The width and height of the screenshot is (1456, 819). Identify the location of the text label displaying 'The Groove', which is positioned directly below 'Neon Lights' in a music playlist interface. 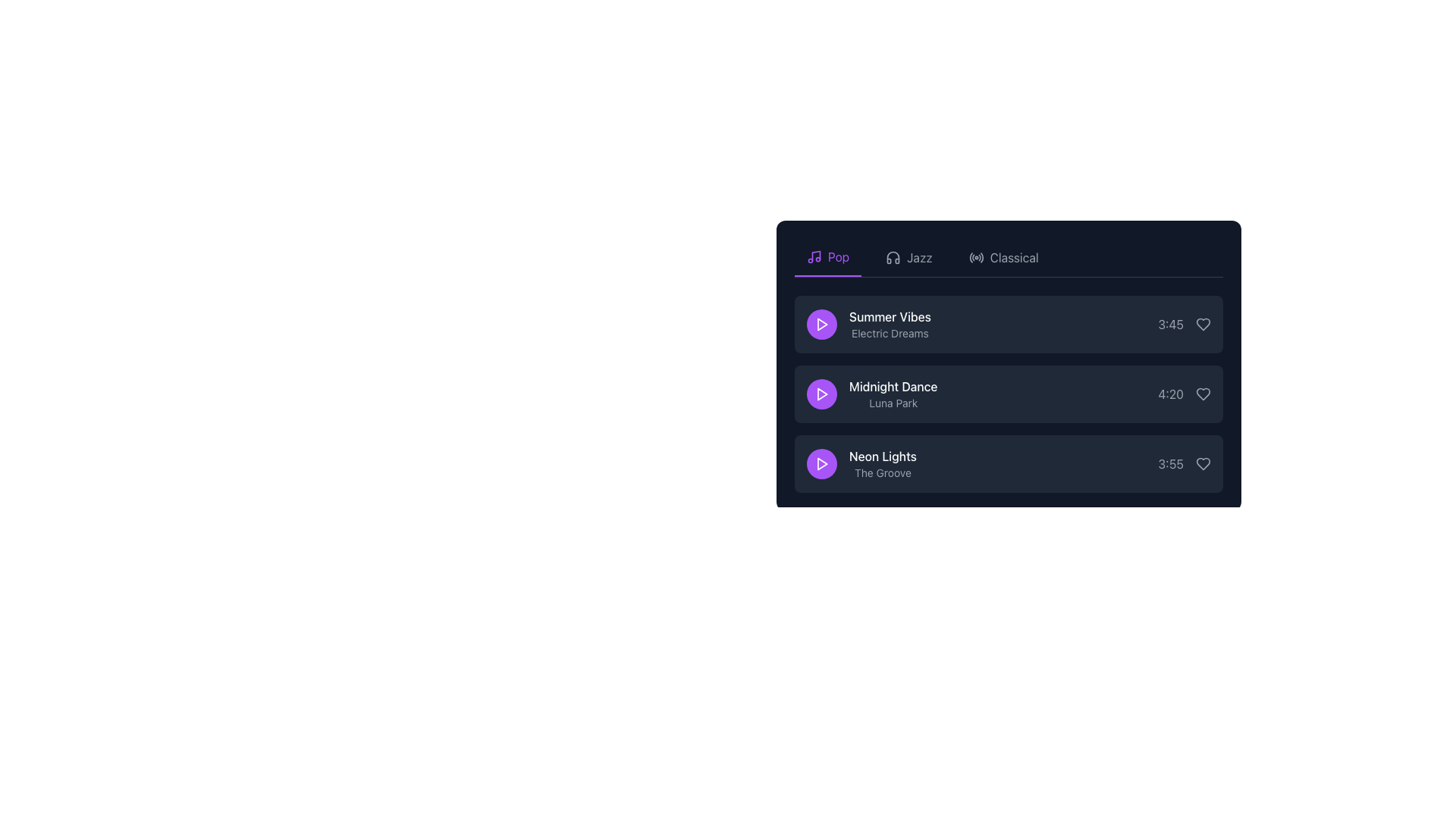
(883, 472).